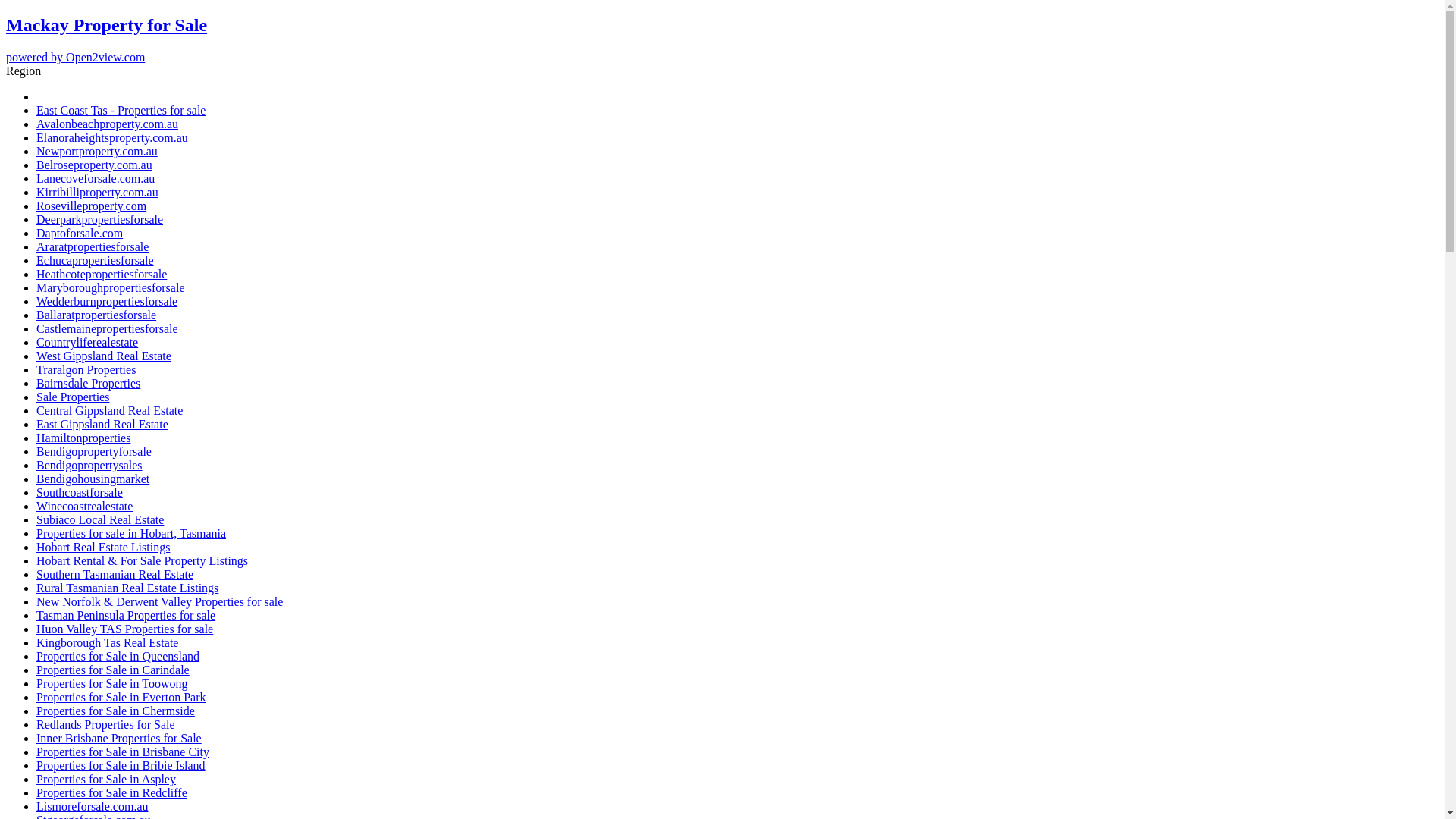 The height and width of the screenshot is (819, 1456). I want to click on 'East Coast Tas - Properties for sale', so click(36, 109).